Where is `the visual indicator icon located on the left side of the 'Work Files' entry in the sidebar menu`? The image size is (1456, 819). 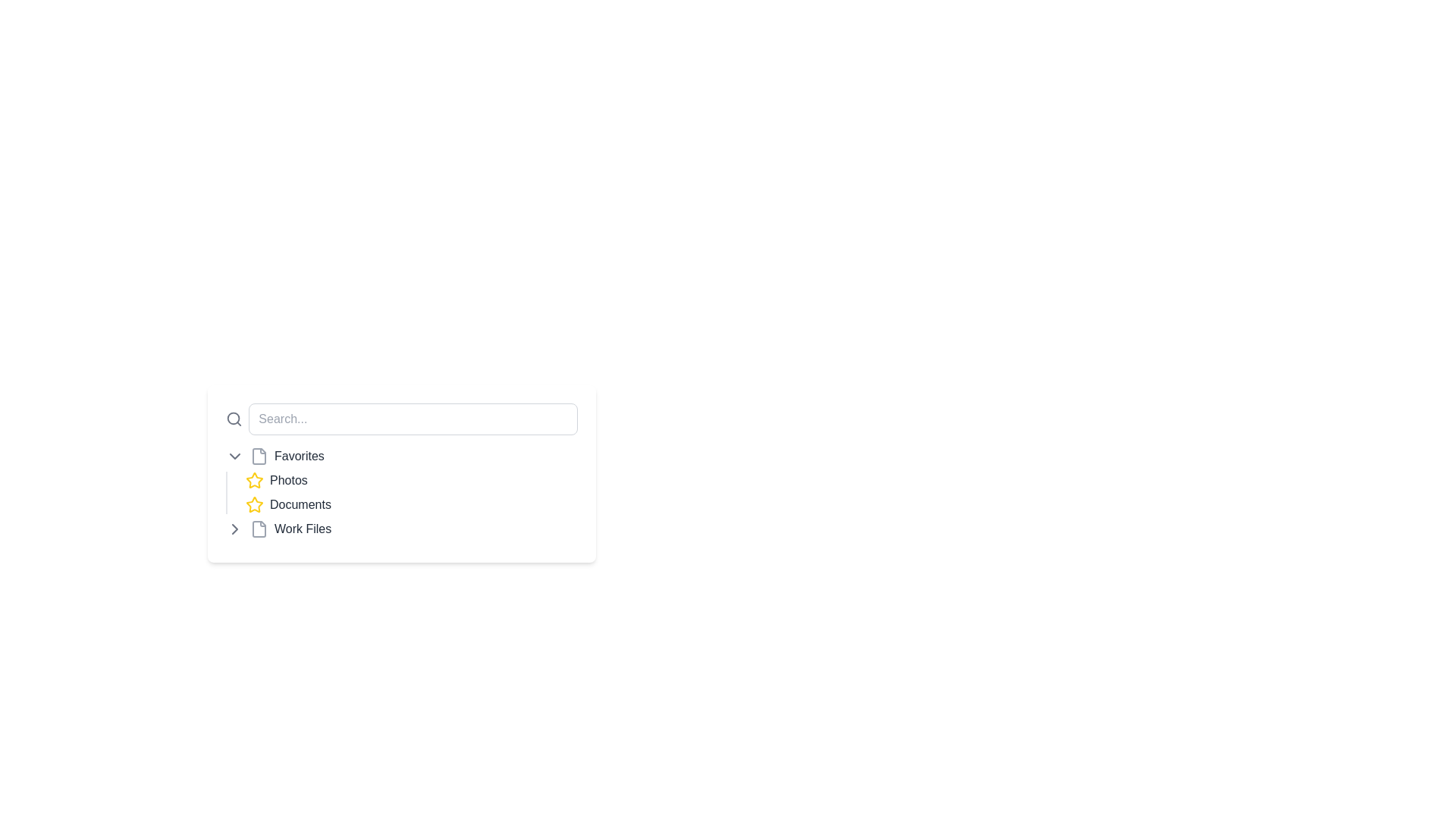
the visual indicator icon located on the left side of the 'Work Files' entry in the sidebar menu is located at coordinates (234, 529).